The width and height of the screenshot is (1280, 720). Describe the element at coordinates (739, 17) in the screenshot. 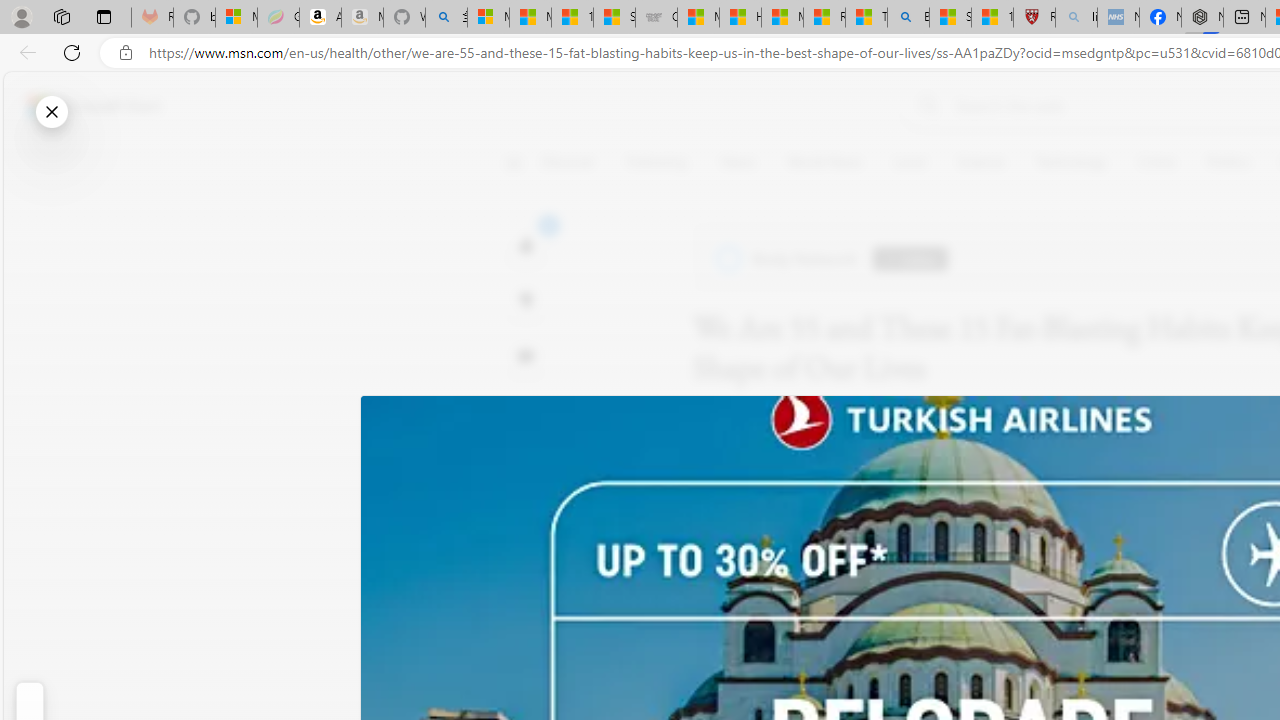

I see `'How I Got Rid of Microsoft Edge'` at that location.